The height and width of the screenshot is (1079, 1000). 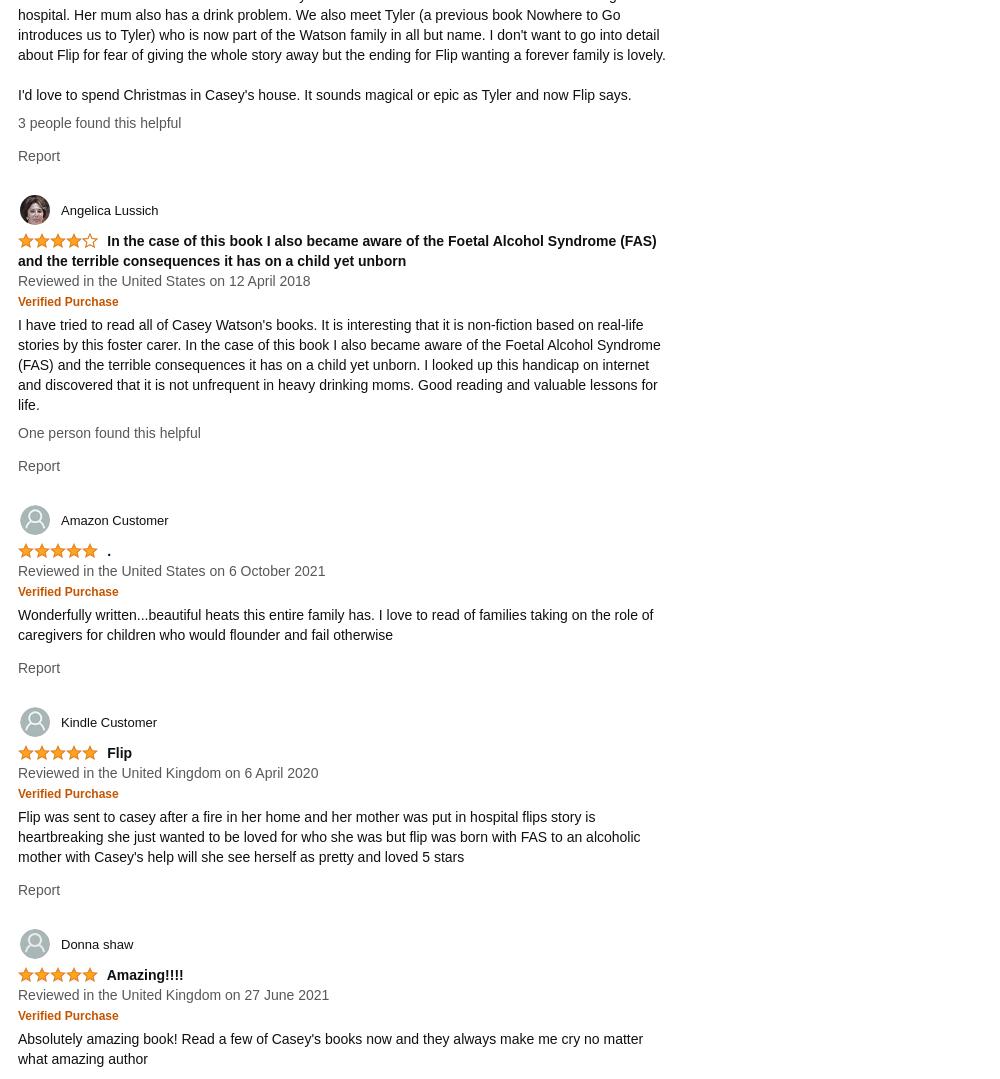 What do you see at coordinates (113, 520) in the screenshot?
I see `'Amazon Customer'` at bounding box center [113, 520].